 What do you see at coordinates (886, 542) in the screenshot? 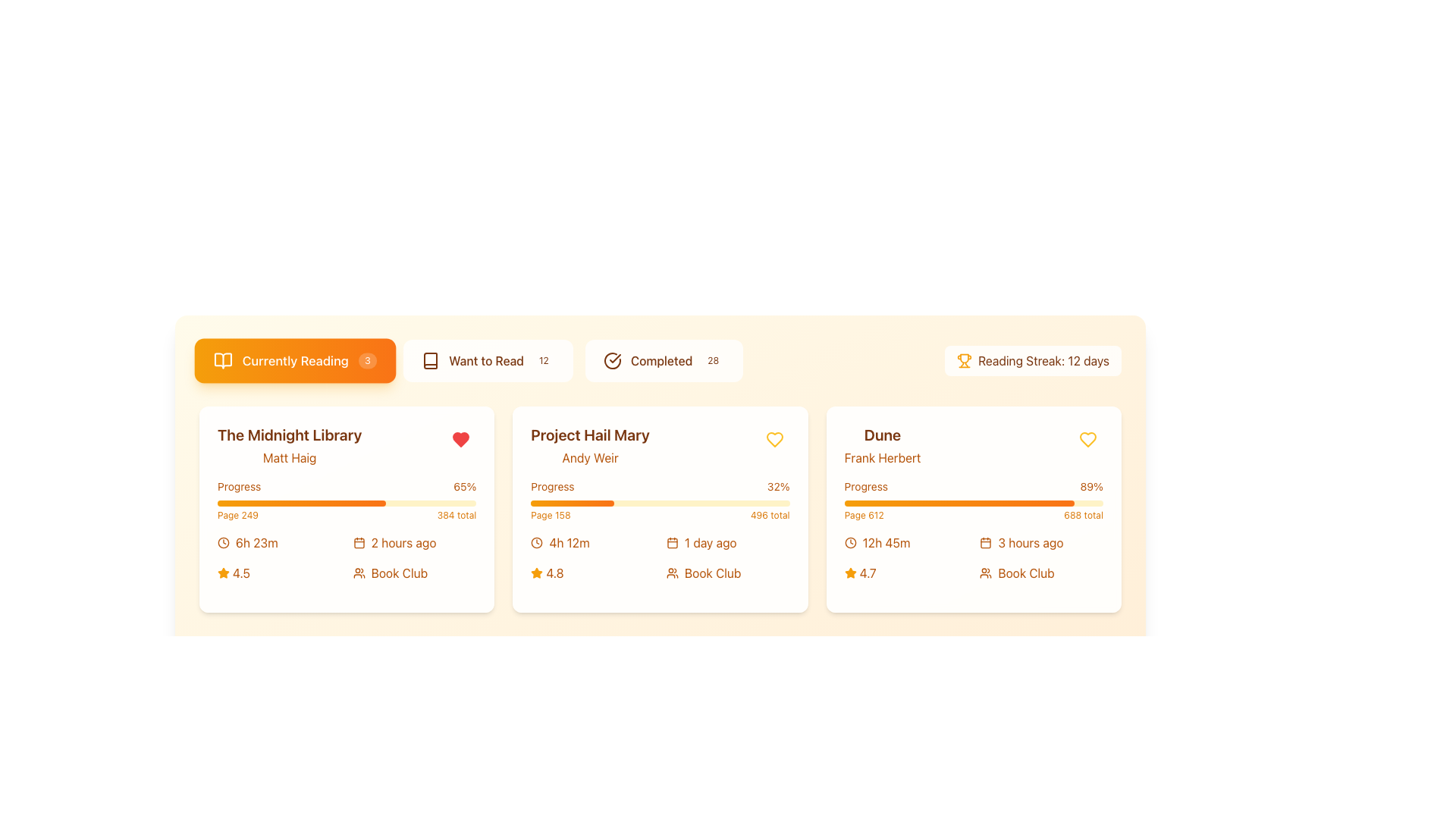
I see `text label displaying '12h 45m' located in the information panel of the 'Dune' book card, positioned to the right of a clock icon` at bounding box center [886, 542].